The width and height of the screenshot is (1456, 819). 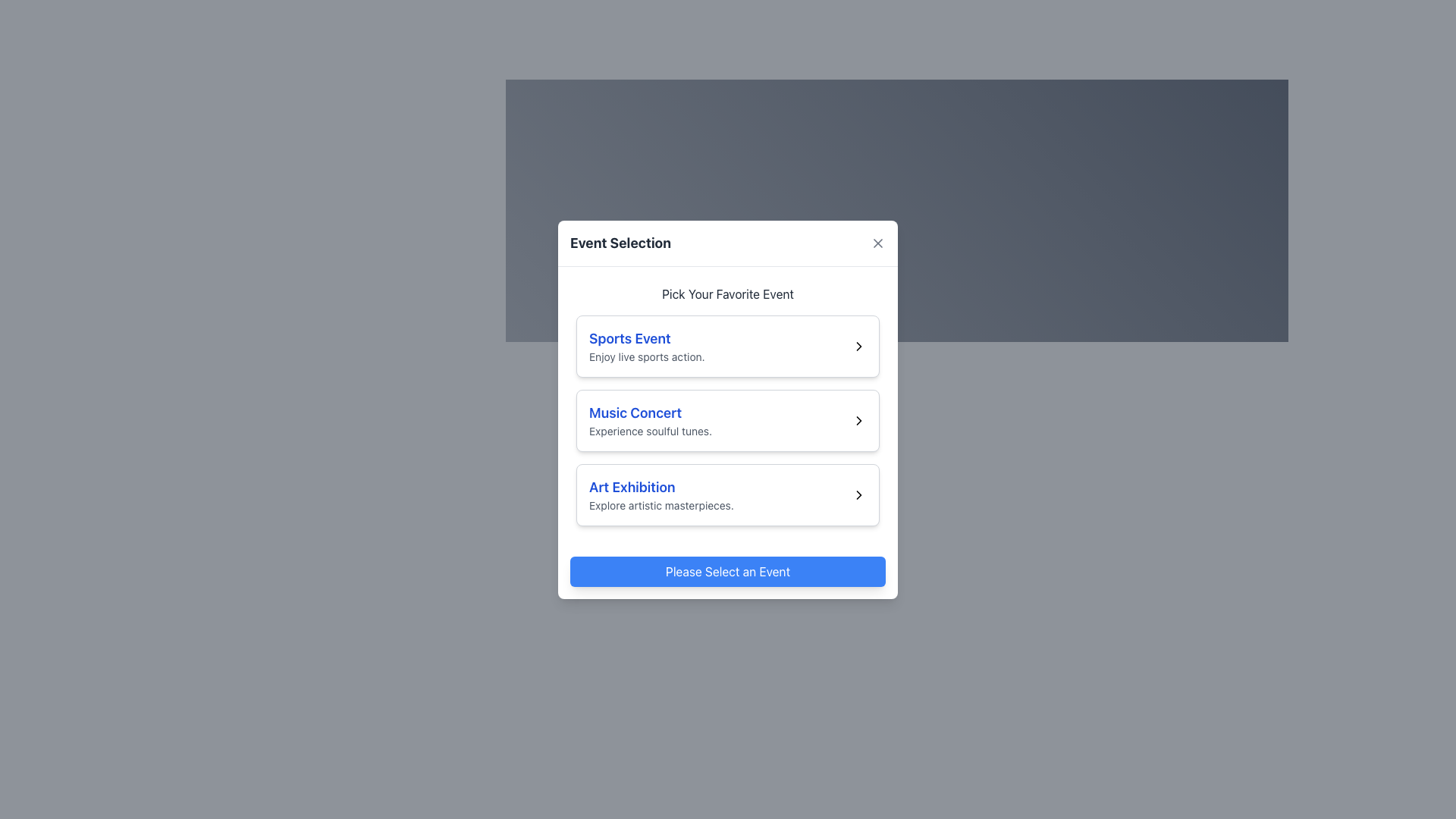 I want to click on the 'Music Concert' button, which is the second item in the event selection dialog, so click(x=728, y=404).